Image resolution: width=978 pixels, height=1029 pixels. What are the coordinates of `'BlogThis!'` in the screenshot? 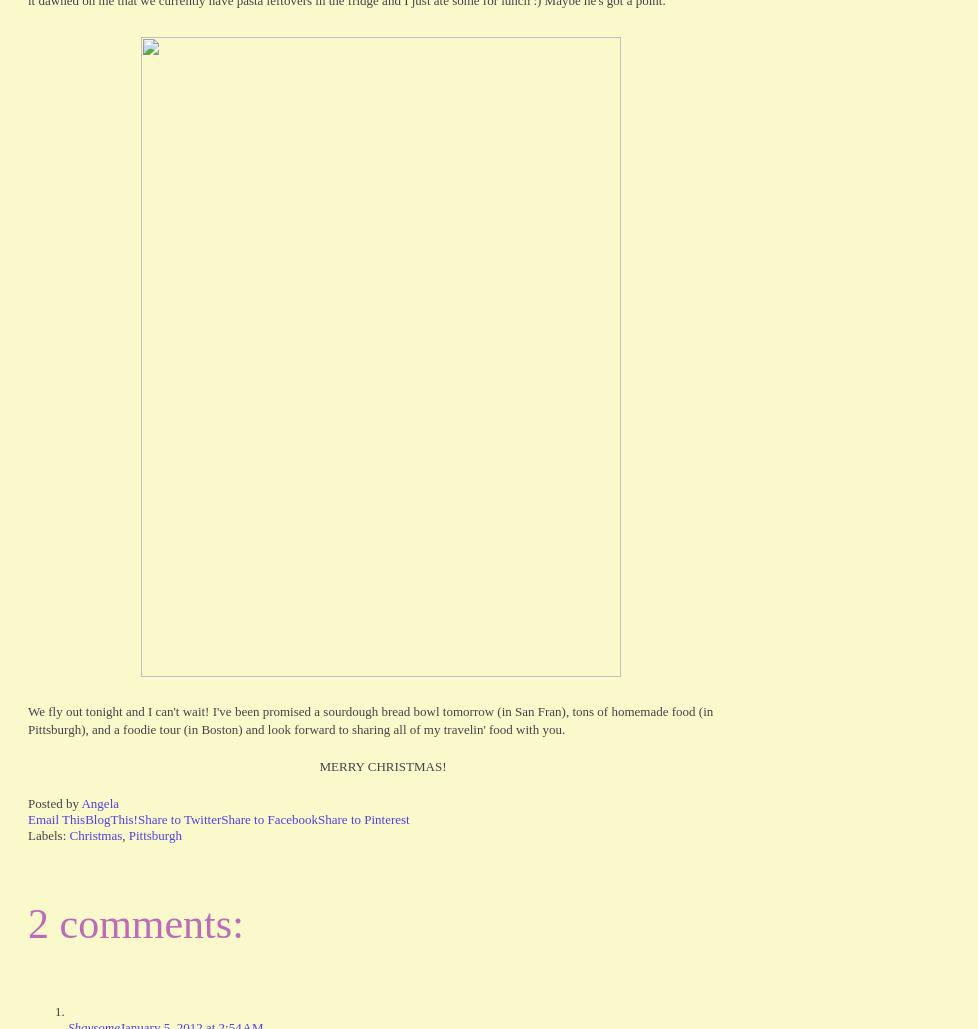 It's located at (111, 818).